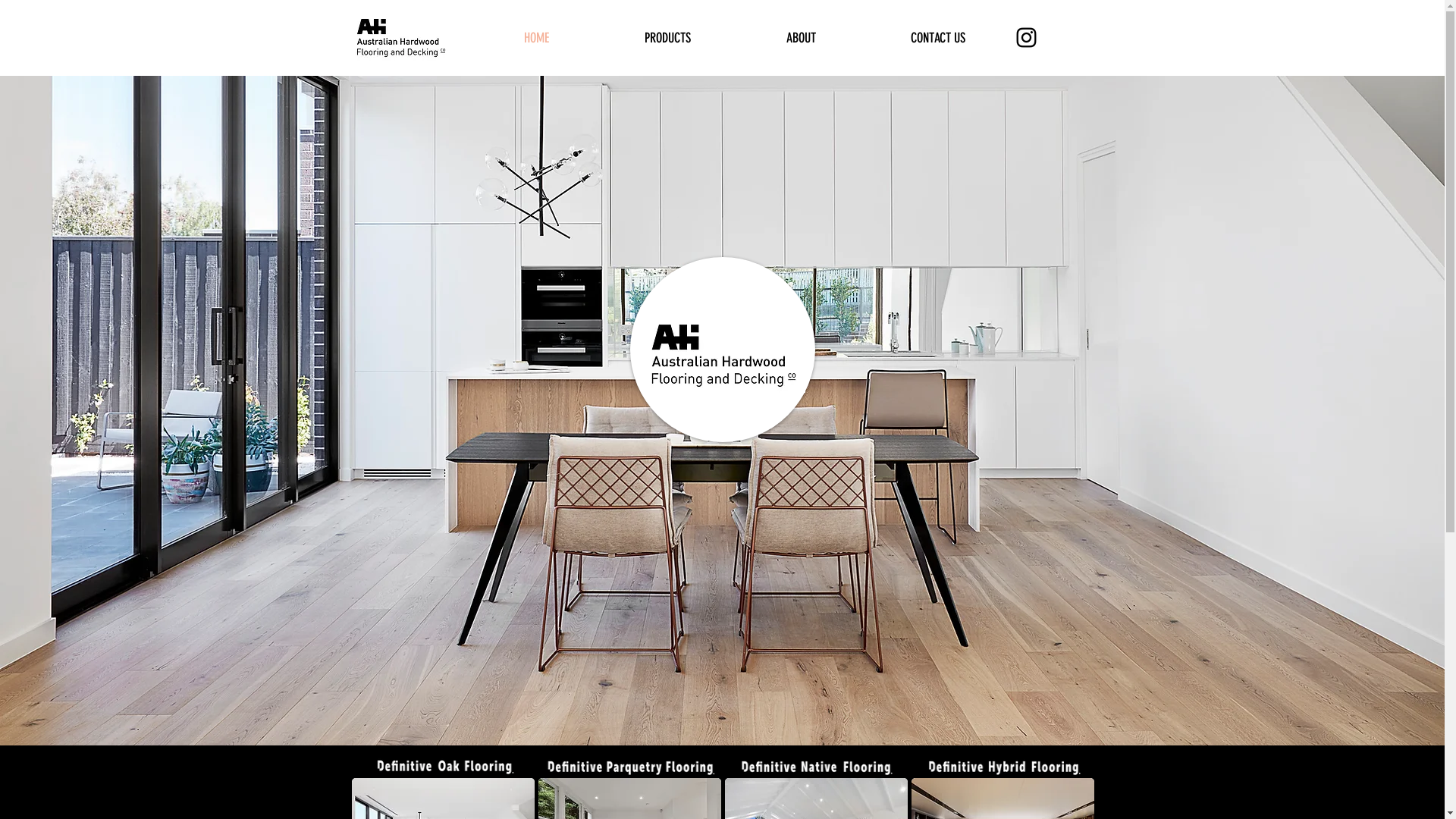  Describe the element at coordinates (475, 37) in the screenshot. I see `'HOME'` at that location.